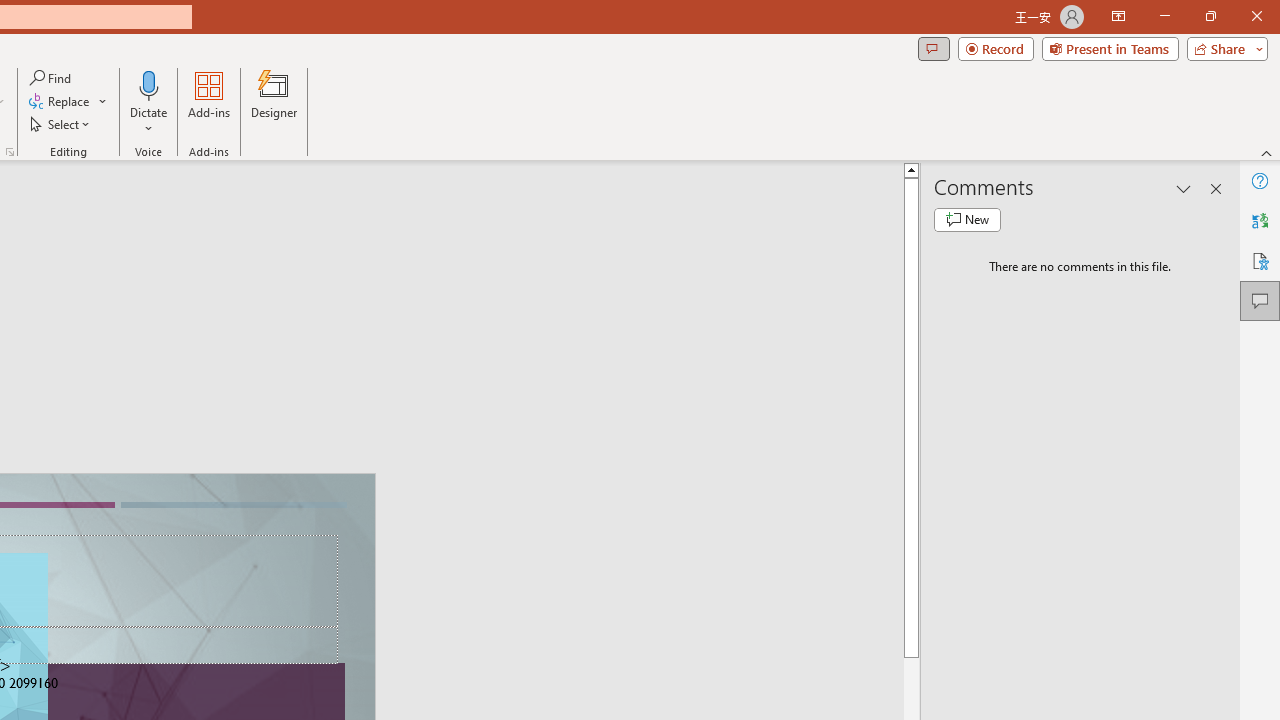  What do you see at coordinates (51, 77) in the screenshot?
I see `'Find...'` at bounding box center [51, 77].